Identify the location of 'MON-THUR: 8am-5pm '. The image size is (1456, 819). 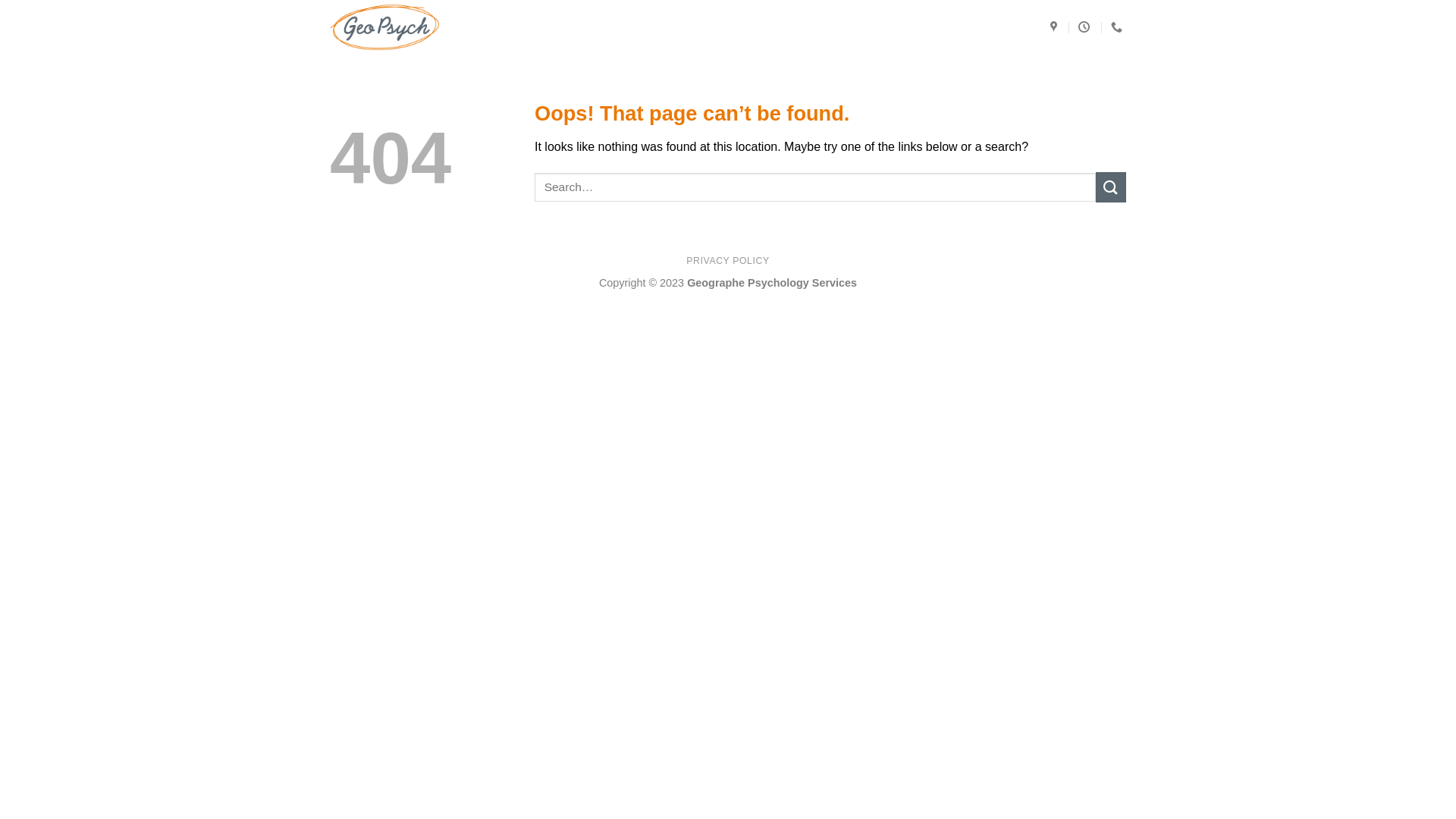
(1084, 27).